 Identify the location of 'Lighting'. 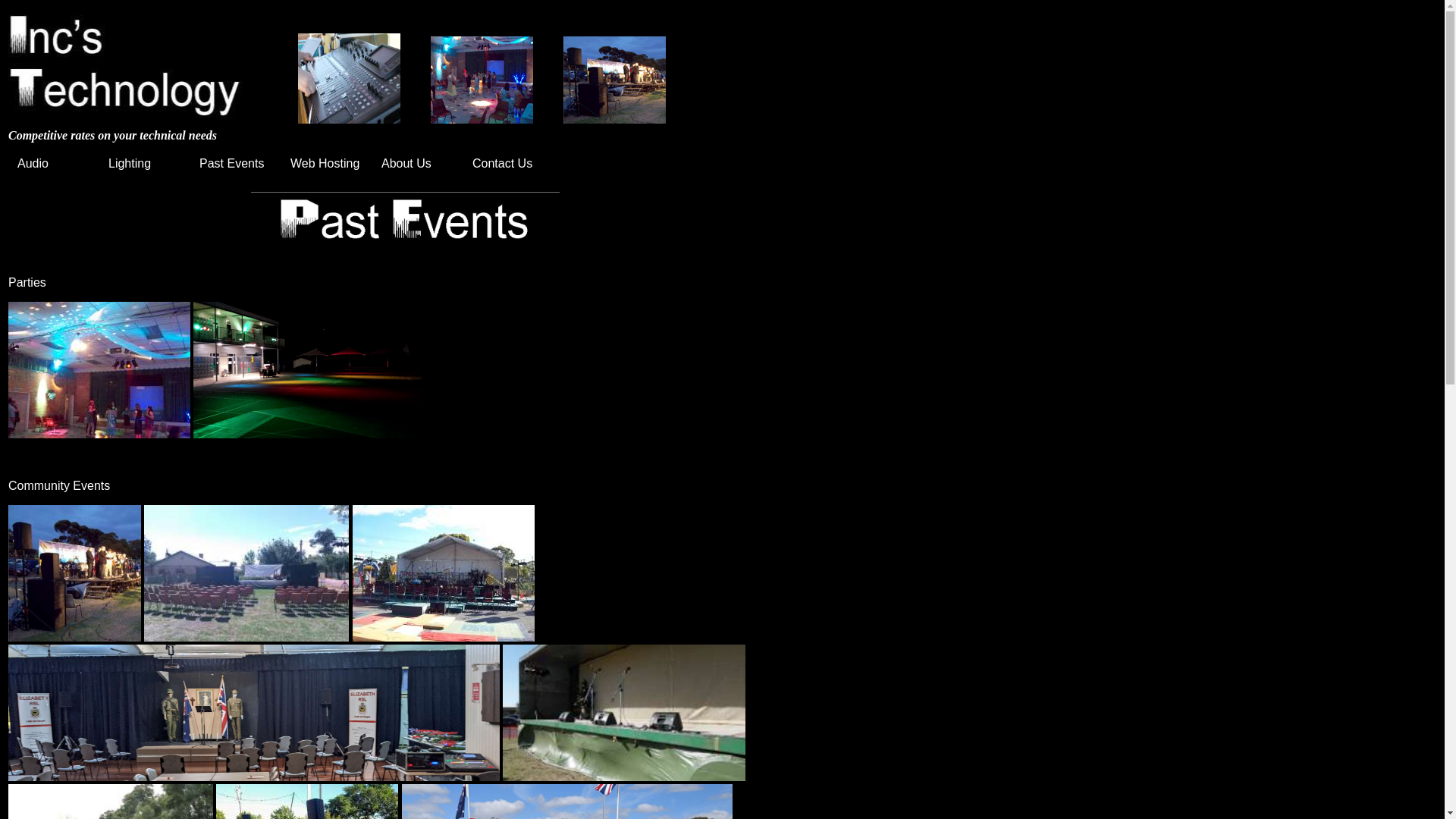
(98, 164).